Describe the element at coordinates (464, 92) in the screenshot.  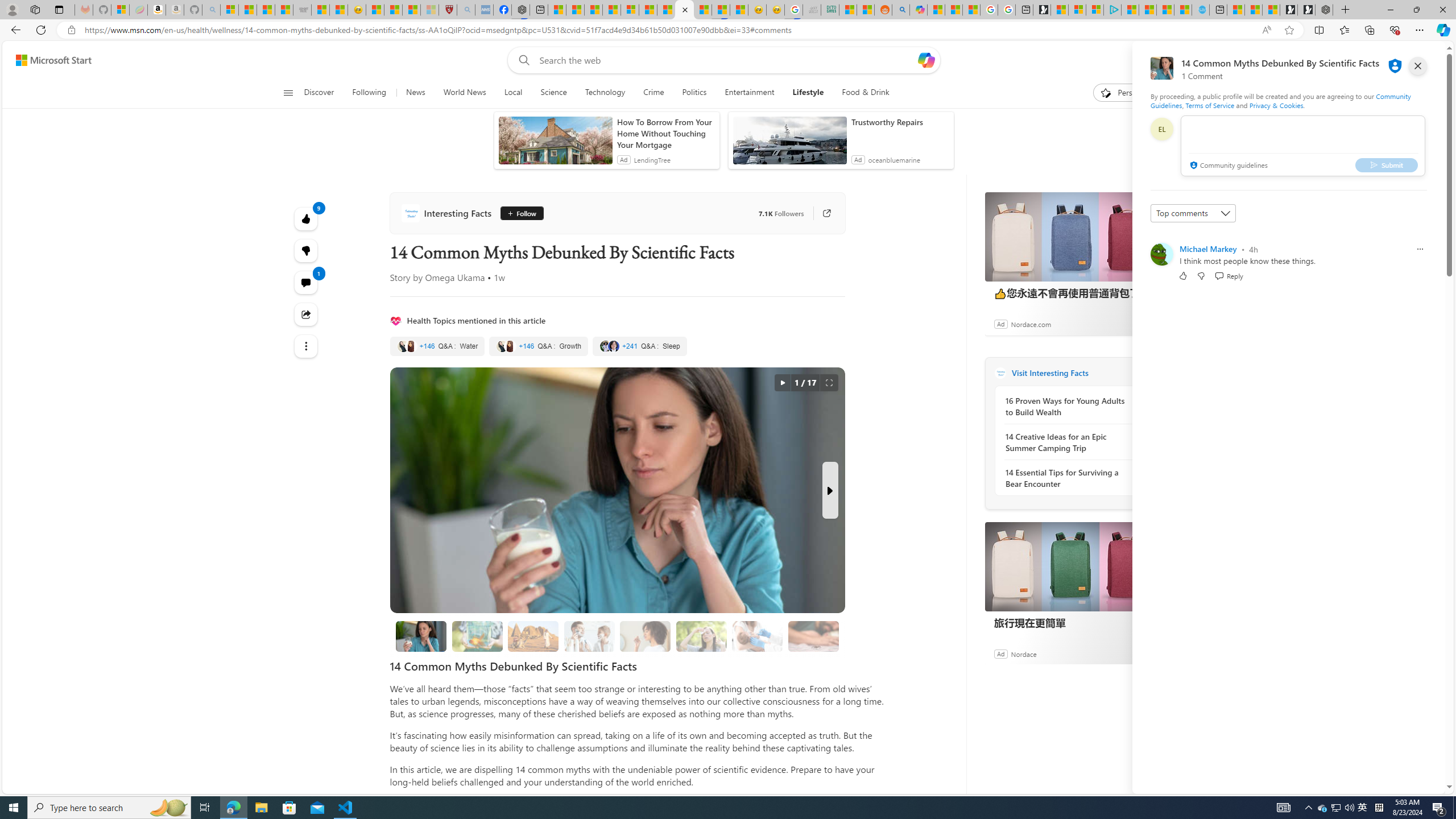
I see `'World News'` at that location.